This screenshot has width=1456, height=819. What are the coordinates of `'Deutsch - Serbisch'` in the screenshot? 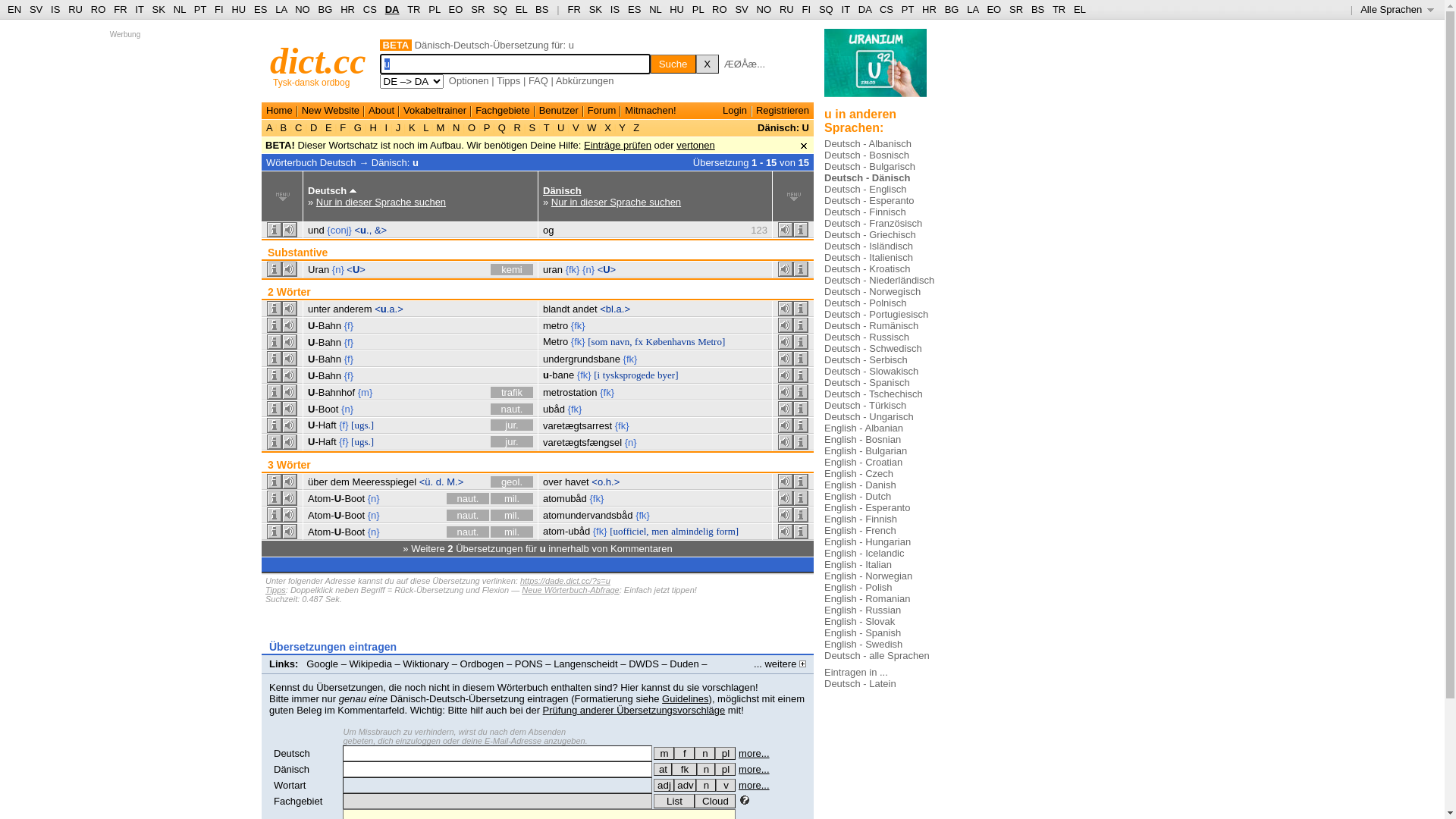 It's located at (823, 359).